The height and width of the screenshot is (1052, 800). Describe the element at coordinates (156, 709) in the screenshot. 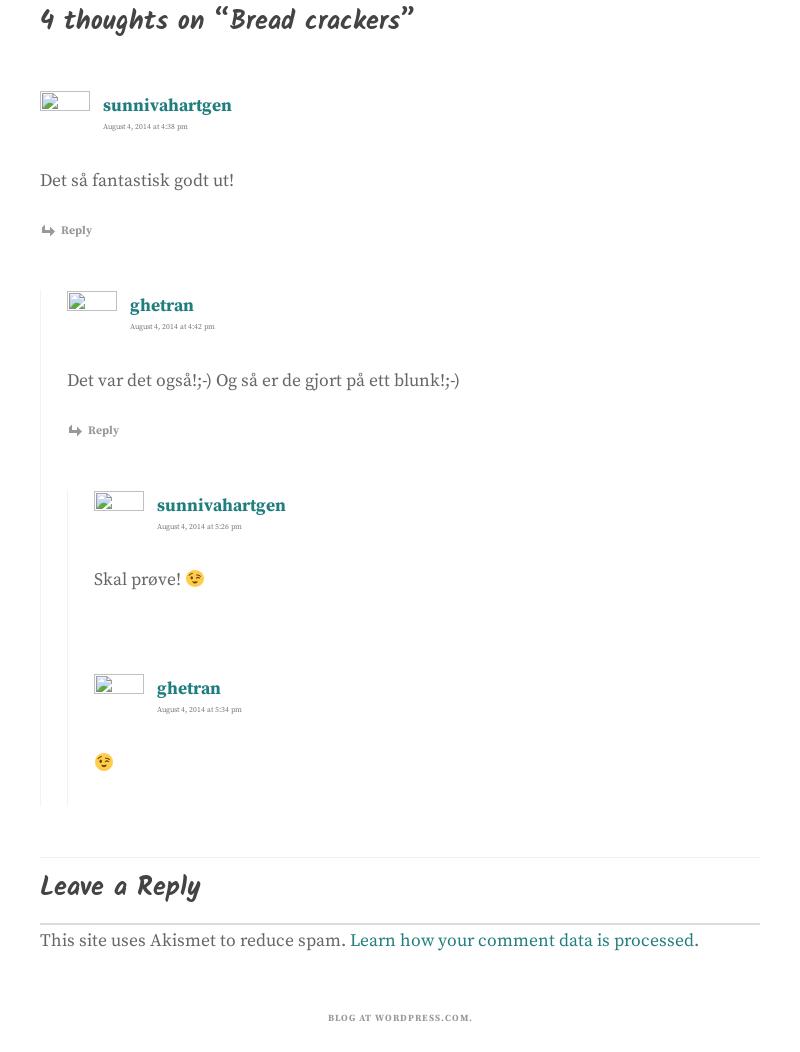

I see `'August 4, 2014 at 5:34 pm'` at that location.